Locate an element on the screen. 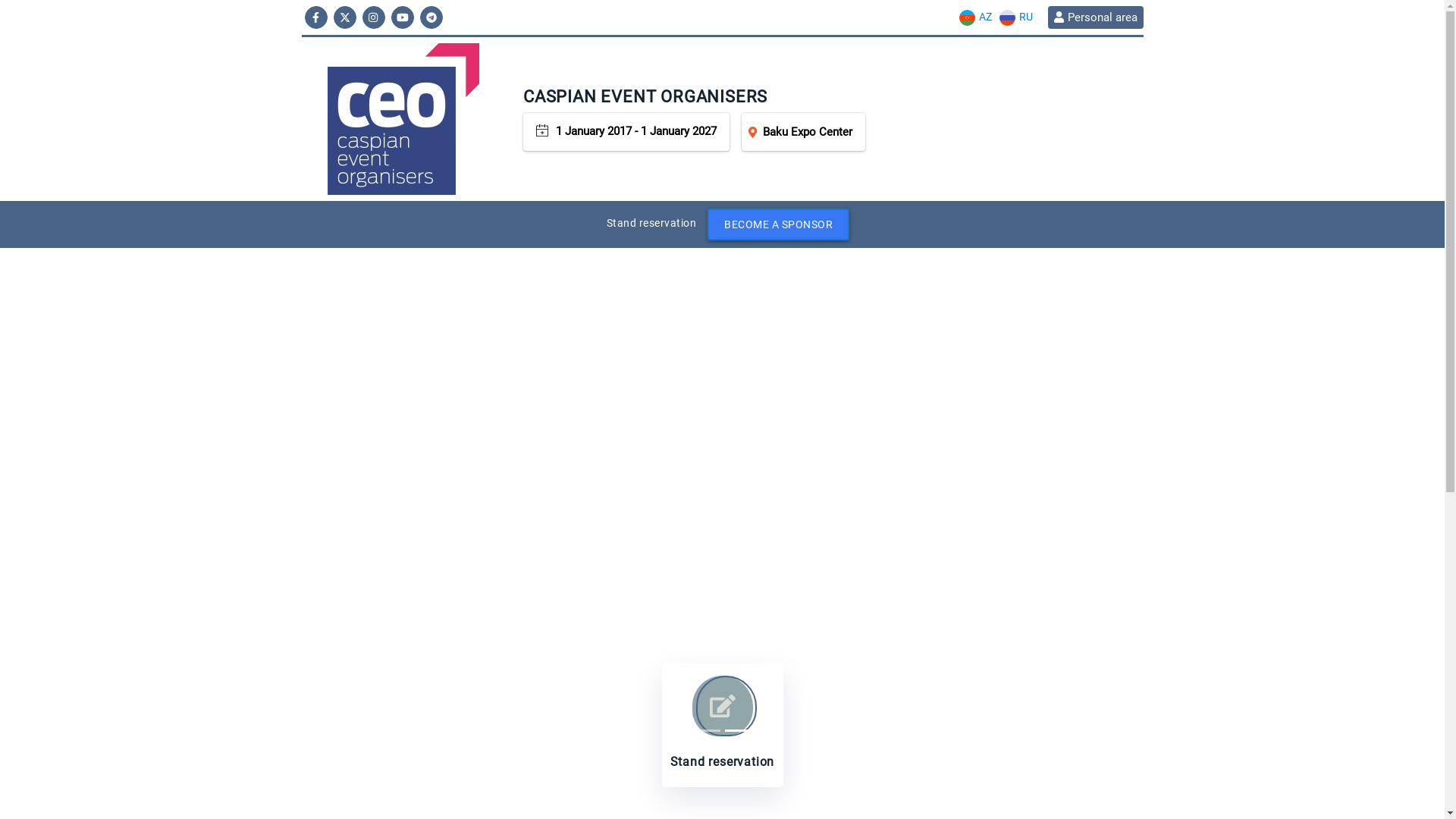 The width and height of the screenshot is (1456, 819). 'Stand reservation' is located at coordinates (720, 724).